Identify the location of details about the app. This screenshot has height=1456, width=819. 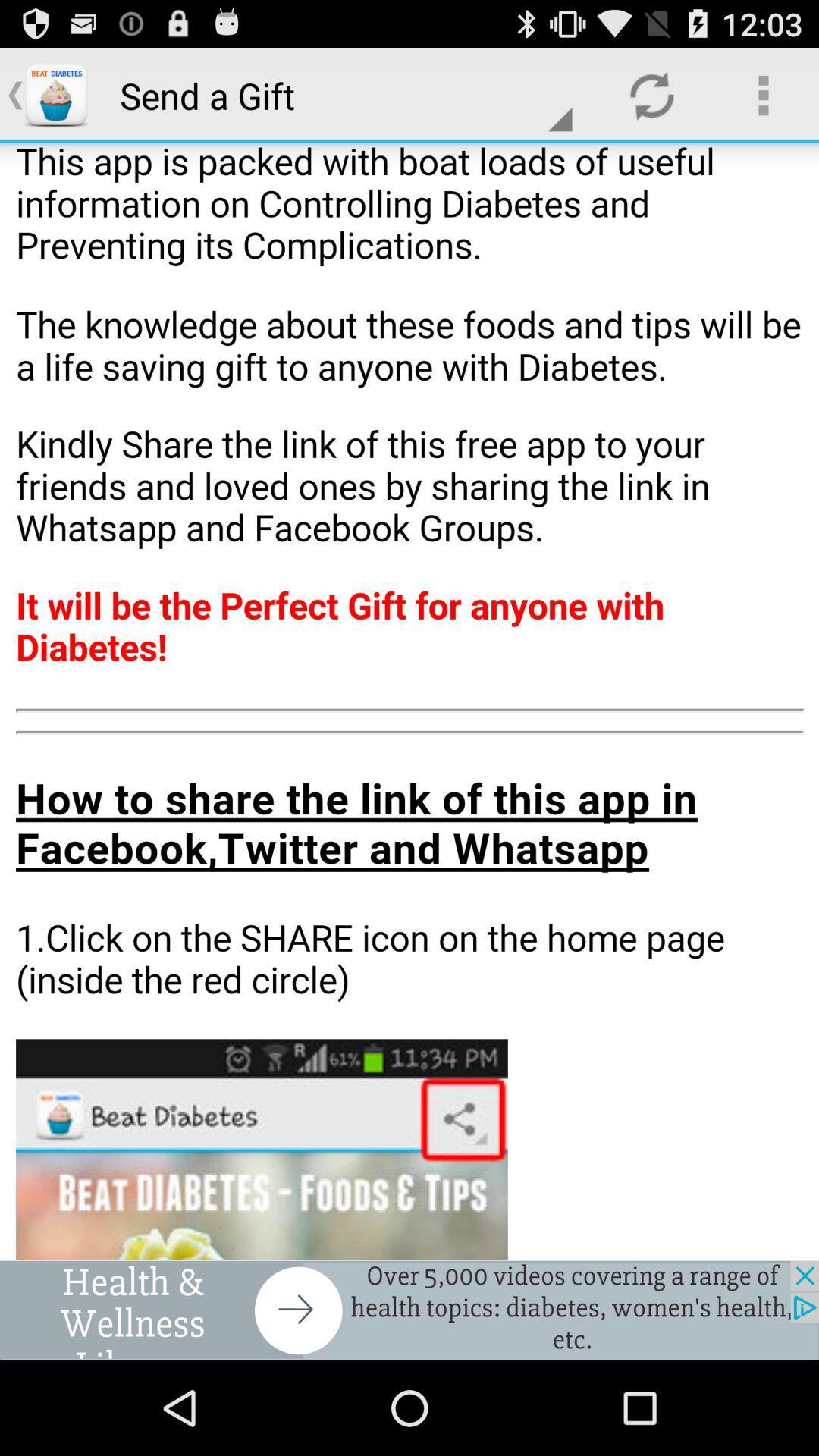
(409, 701).